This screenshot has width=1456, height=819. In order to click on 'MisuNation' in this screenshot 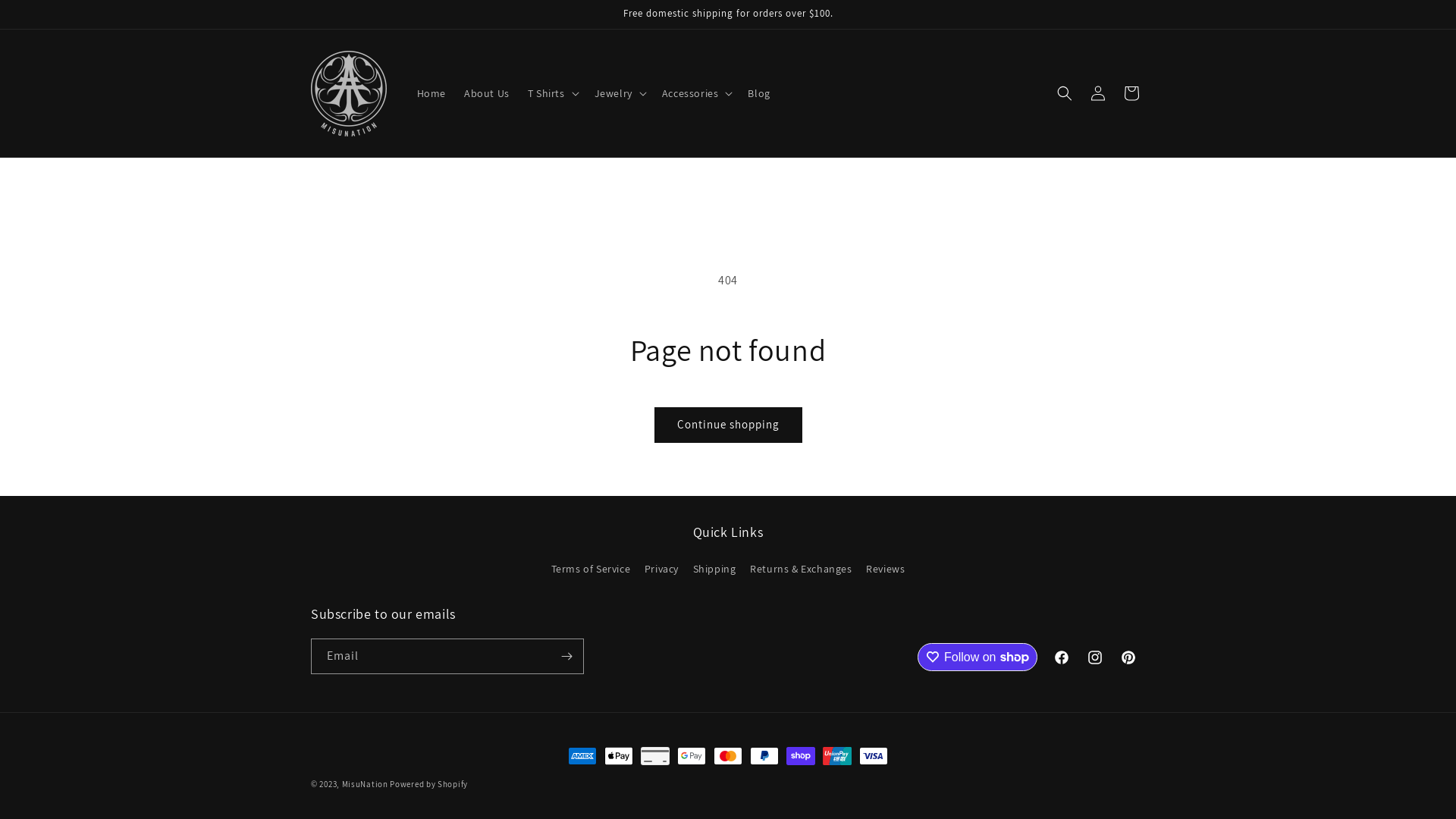, I will do `click(365, 783)`.